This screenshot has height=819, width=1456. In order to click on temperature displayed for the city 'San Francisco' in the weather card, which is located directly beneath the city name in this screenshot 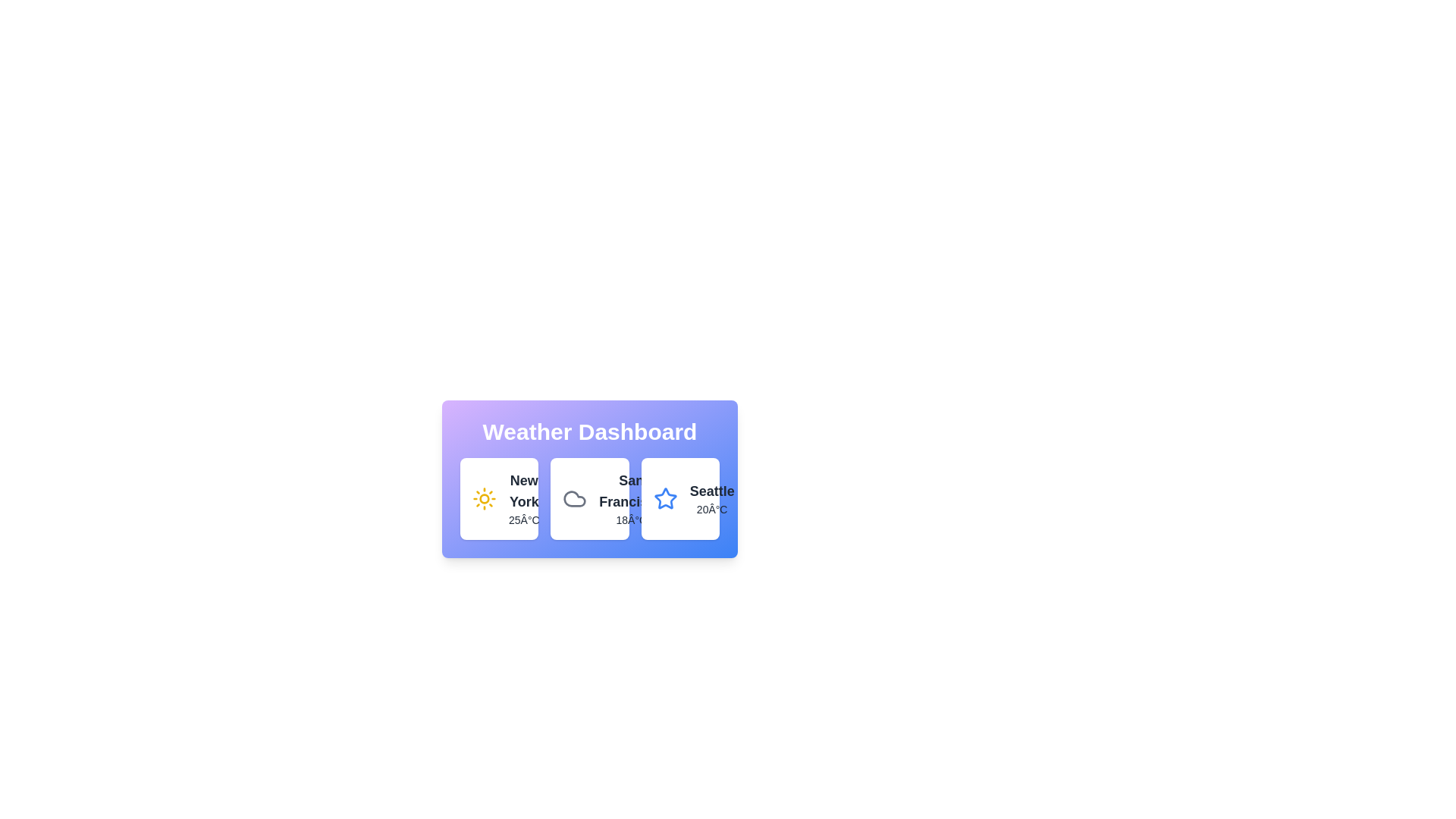, I will do `click(631, 519)`.